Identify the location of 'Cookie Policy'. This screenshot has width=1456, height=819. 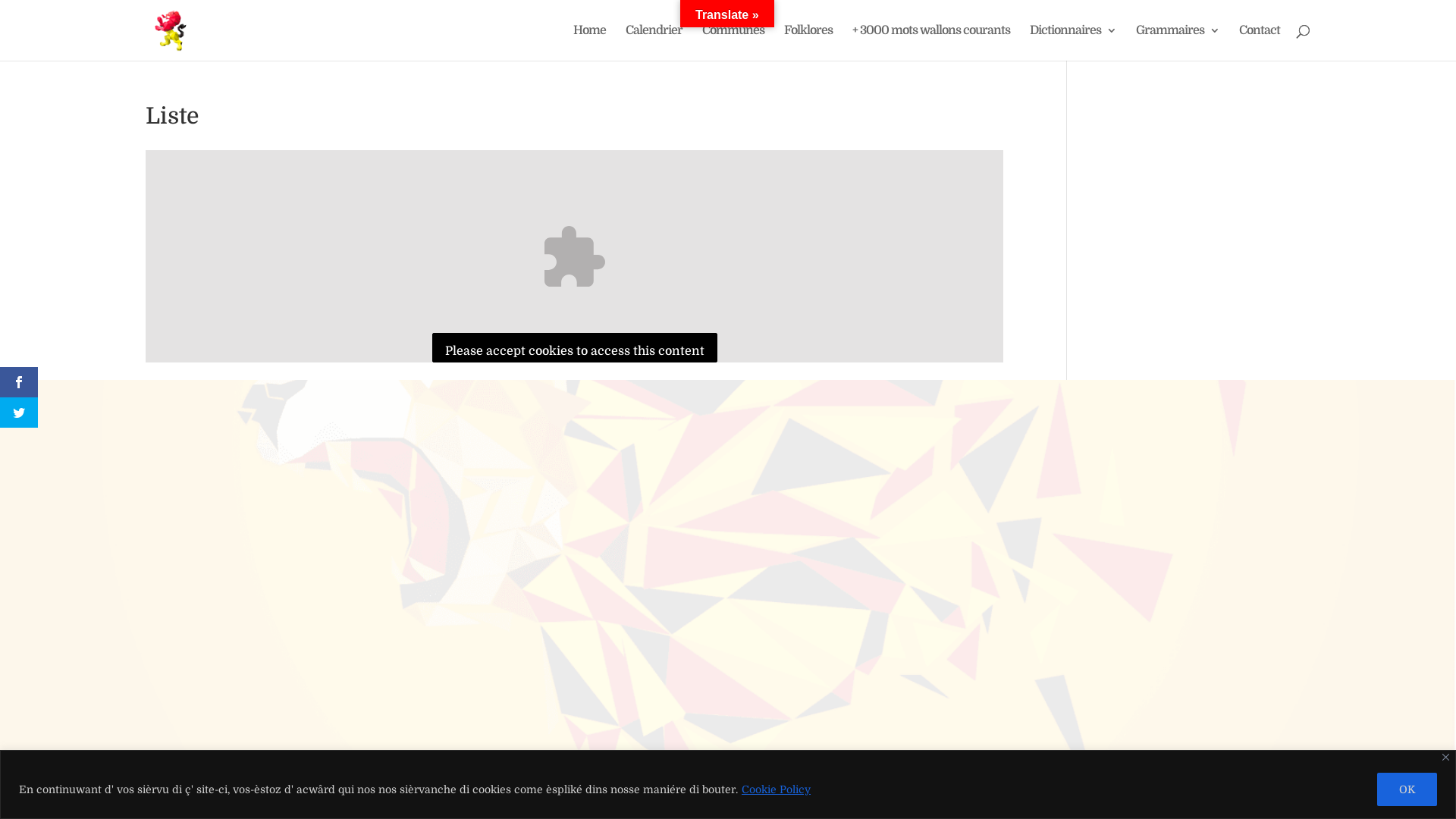
(776, 789).